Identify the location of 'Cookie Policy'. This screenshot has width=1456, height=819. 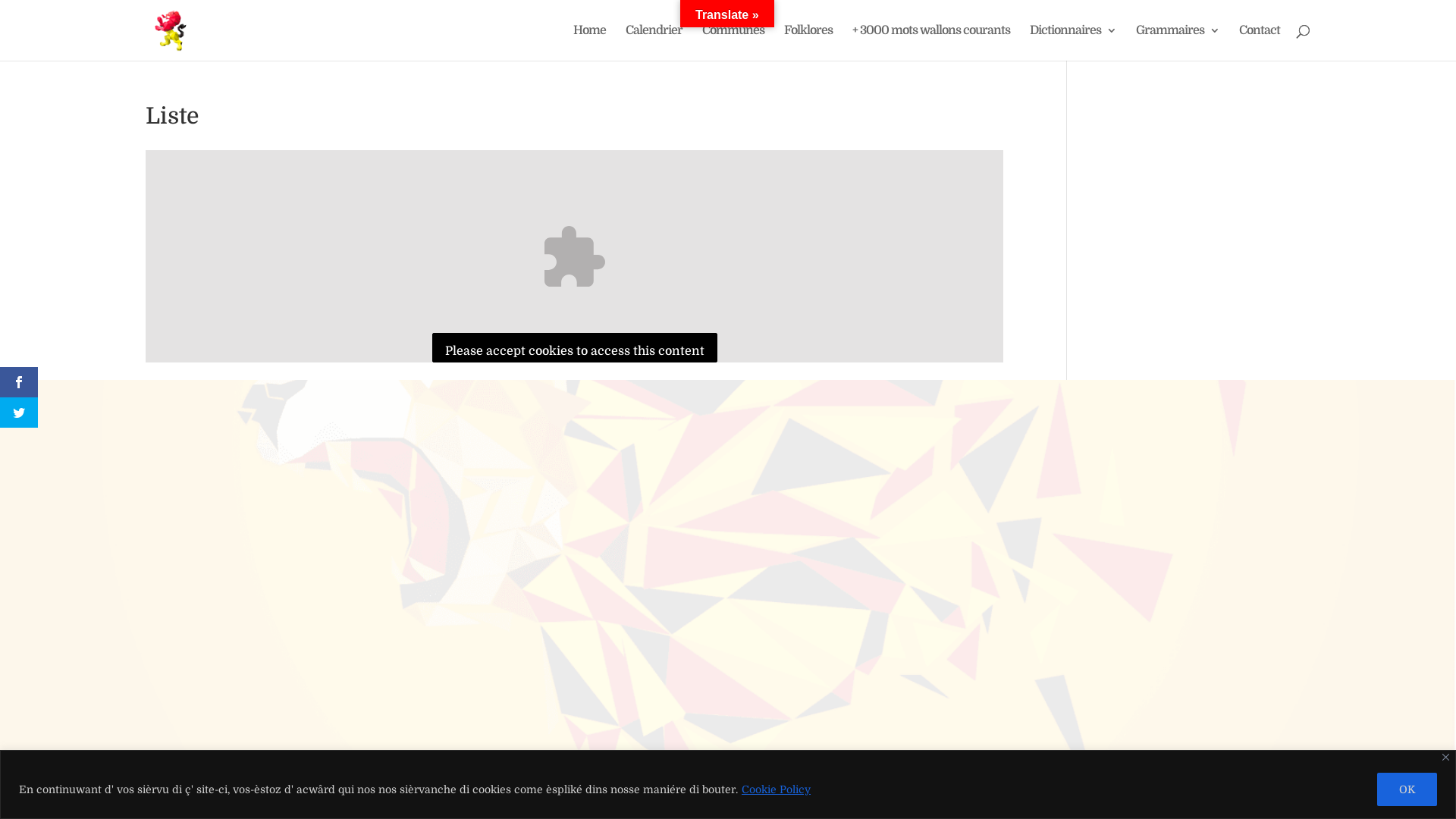
(776, 789).